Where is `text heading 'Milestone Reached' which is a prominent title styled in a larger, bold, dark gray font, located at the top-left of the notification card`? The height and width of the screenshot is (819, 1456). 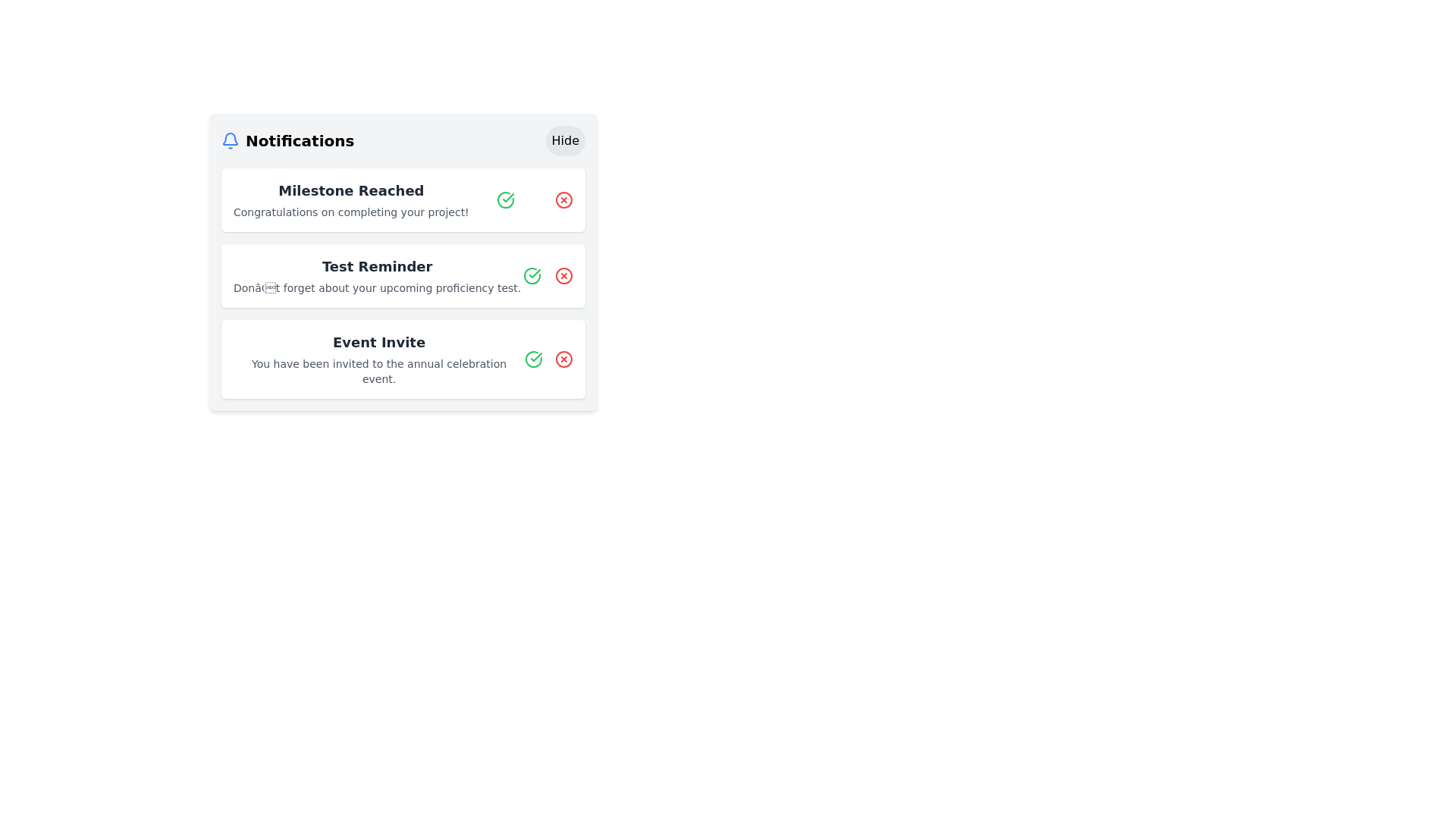
text heading 'Milestone Reached' which is a prominent title styled in a larger, bold, dark gray font, located at the top-left of the notification card is located at coordinates (350, 190).